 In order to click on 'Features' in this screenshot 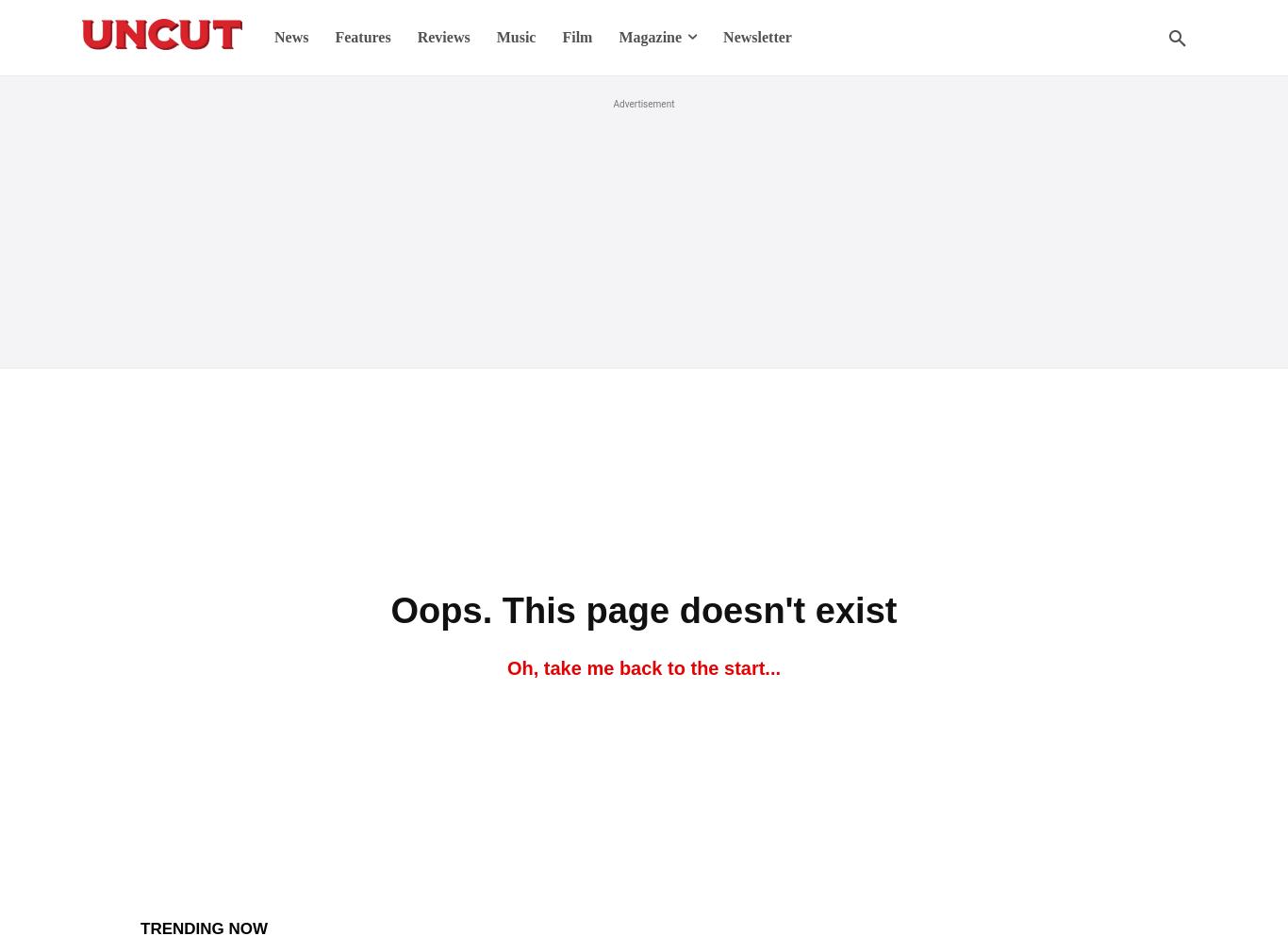, I will do `click(361, 37)`.